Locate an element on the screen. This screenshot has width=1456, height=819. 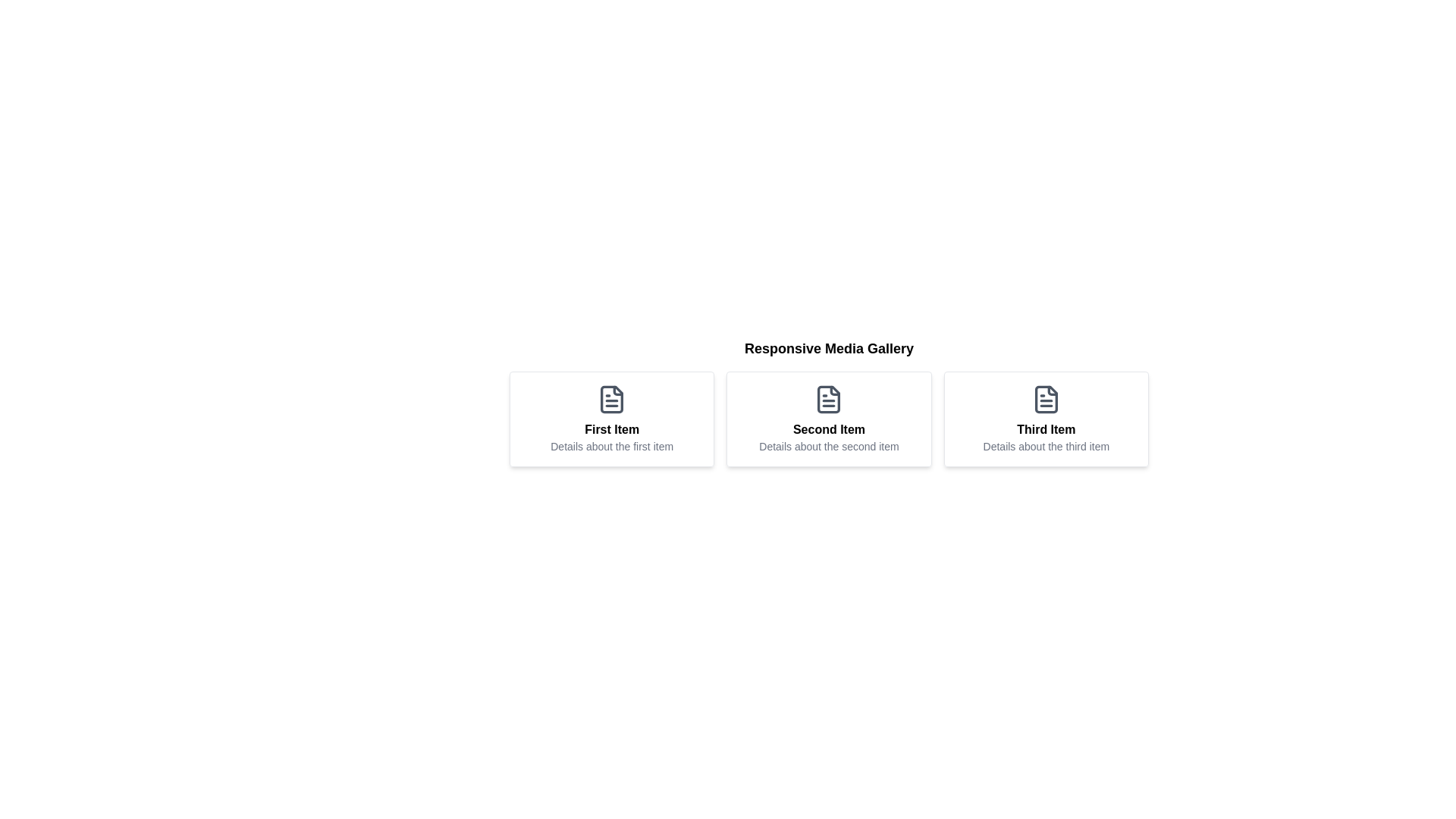
the Information card that displays a title and description for a related item, positioned centrally between the First Item and the Third Item in the grid layout is located at coordinates (828, 419).